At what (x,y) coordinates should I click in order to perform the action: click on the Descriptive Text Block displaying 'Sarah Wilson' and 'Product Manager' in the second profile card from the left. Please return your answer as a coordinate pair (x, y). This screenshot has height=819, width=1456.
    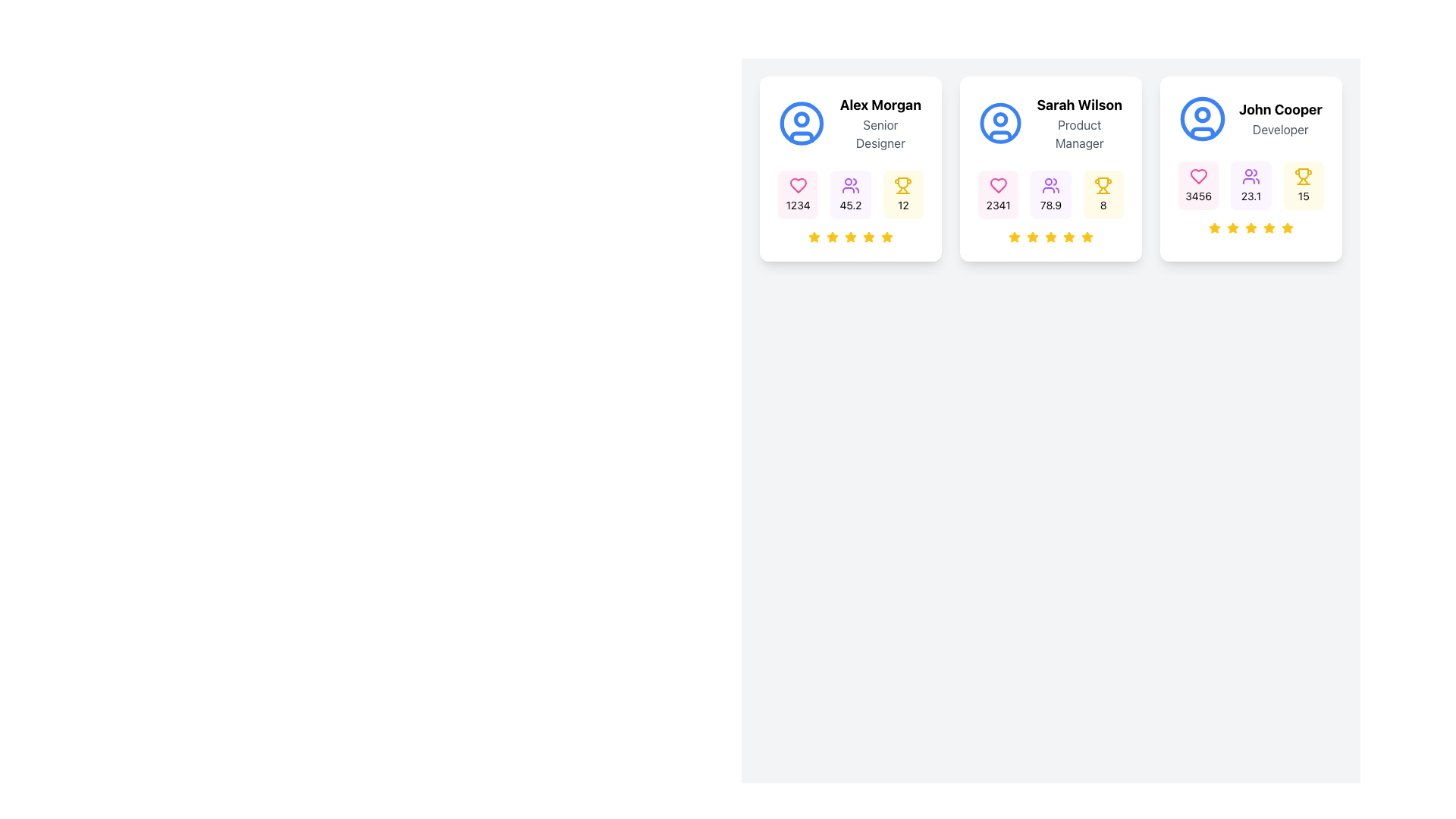
    Looking at the image, I should click on (1078, 122).